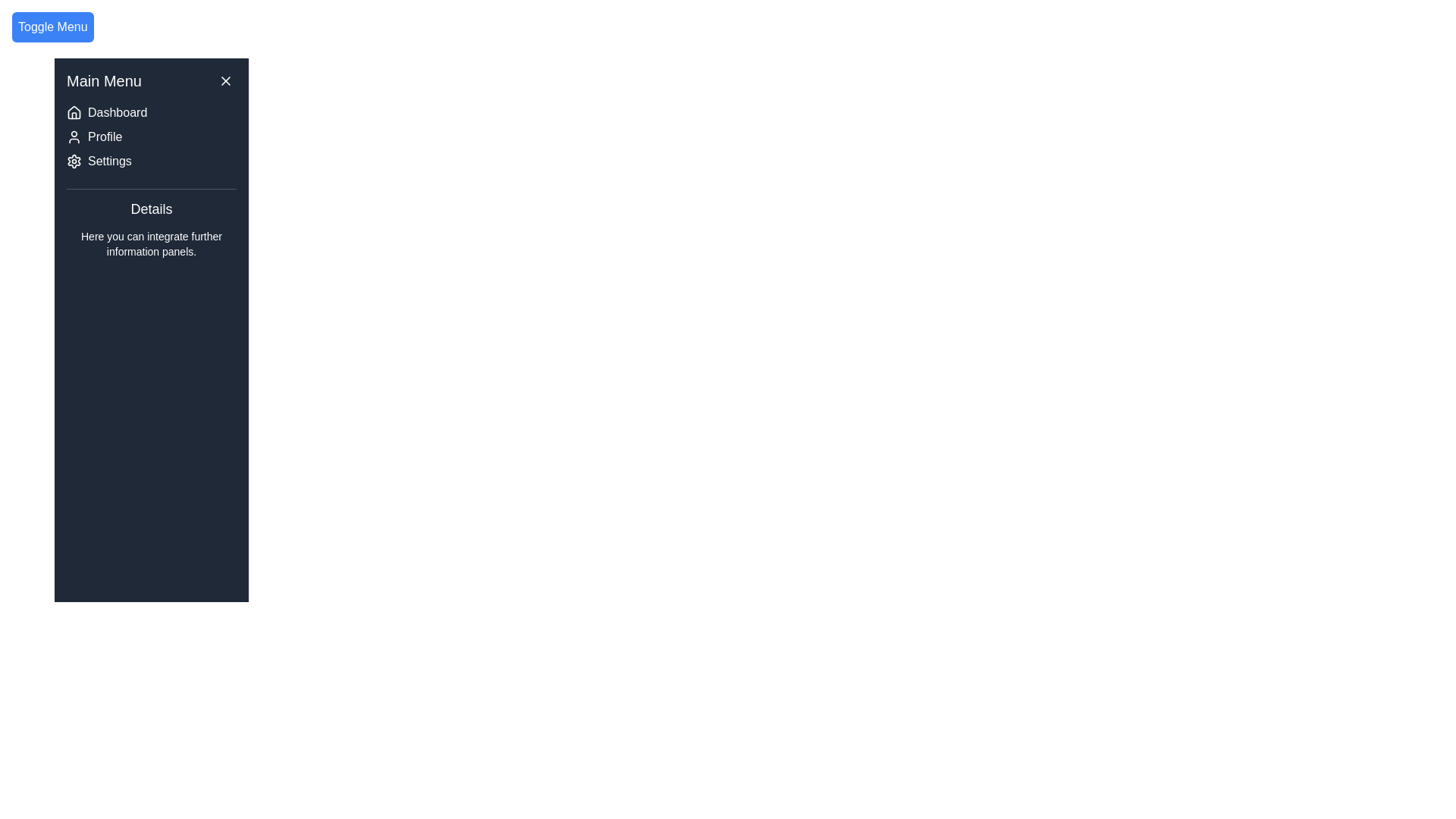  Describe the element at coordinates (152, 137) in the screenshot. I see `the 'Profile' menu item in the sidebar menu, which is the second item in the vertical list of three options` at that location.